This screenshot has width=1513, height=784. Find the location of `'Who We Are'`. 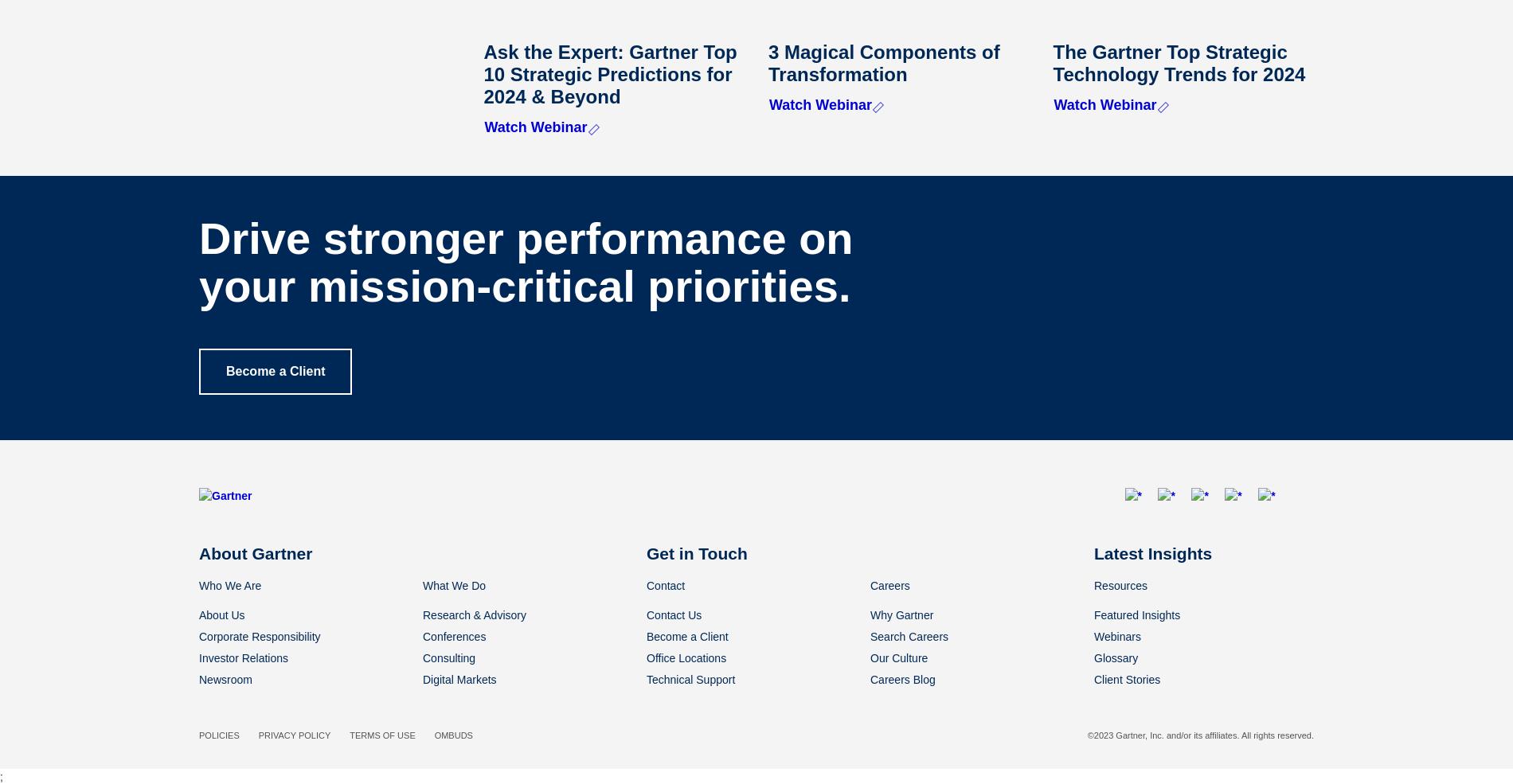

'Who We Are' is located at coordinates (229, 585).